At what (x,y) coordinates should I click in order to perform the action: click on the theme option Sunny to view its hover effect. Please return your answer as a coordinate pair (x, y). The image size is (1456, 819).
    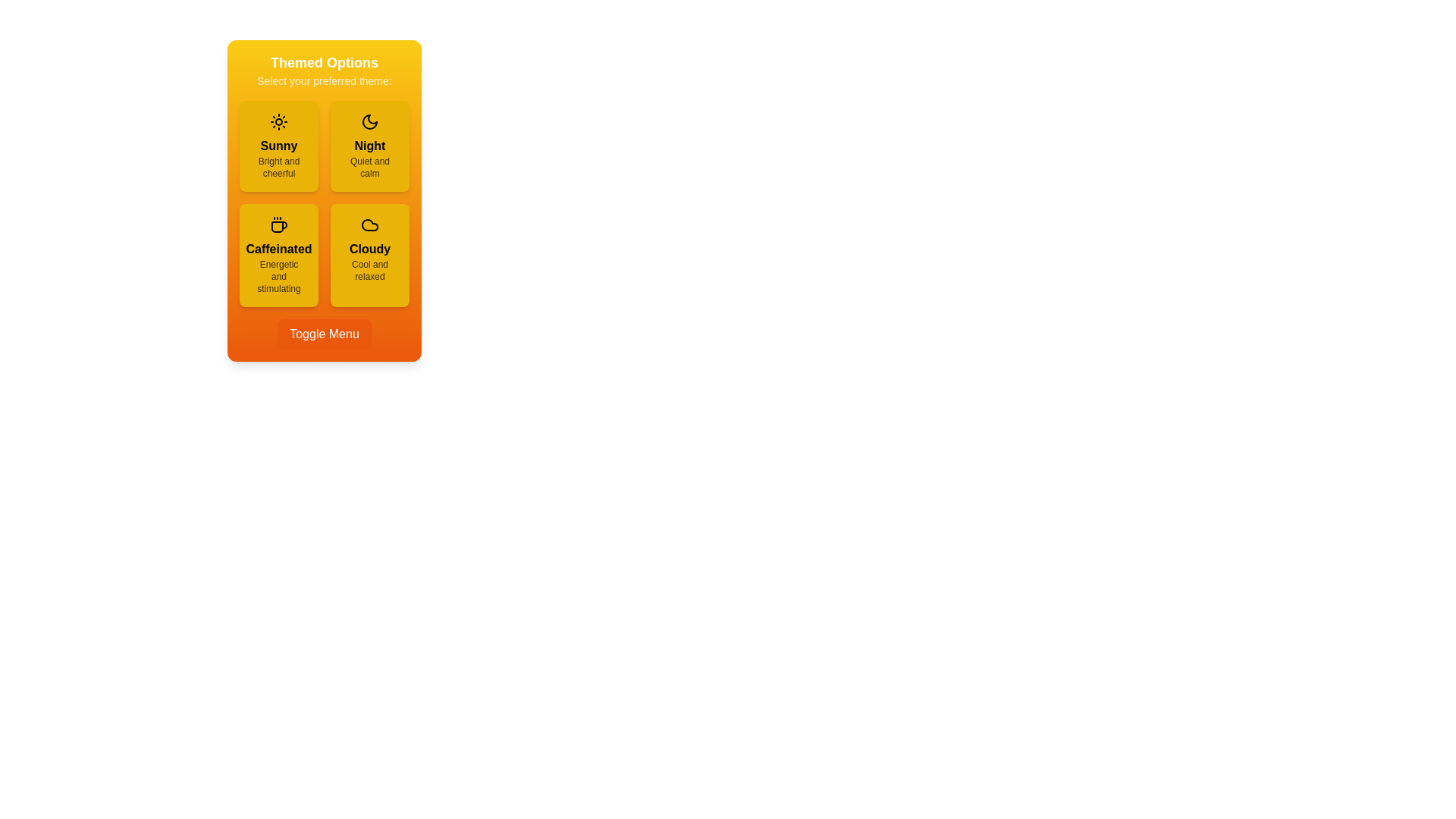
    Looking at the image, I should click on (279, 146).